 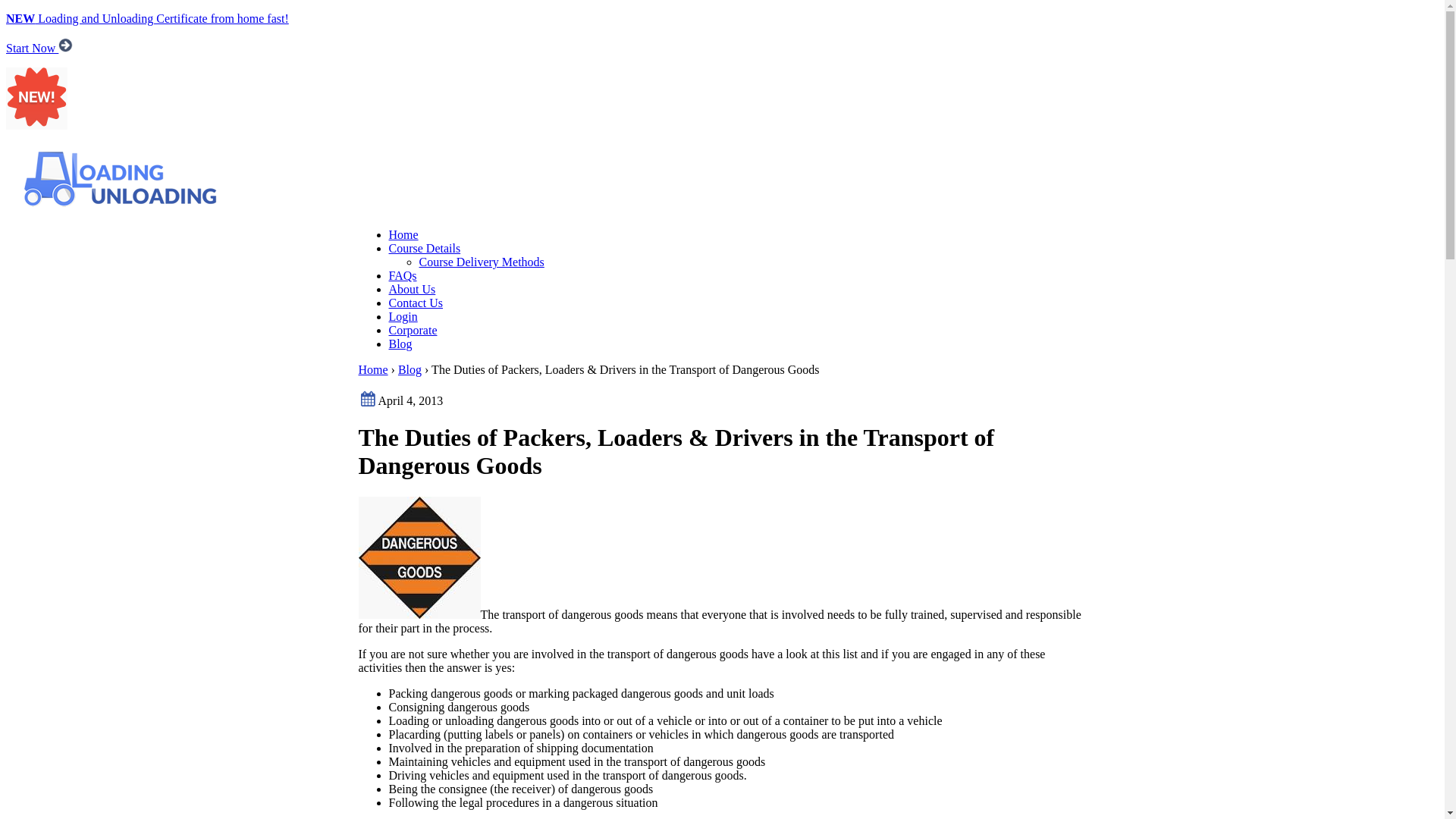 What do you see at coordinates (424, 247) in the screenshot?
I see `'Course Details'` at bounding box center [424, 247].